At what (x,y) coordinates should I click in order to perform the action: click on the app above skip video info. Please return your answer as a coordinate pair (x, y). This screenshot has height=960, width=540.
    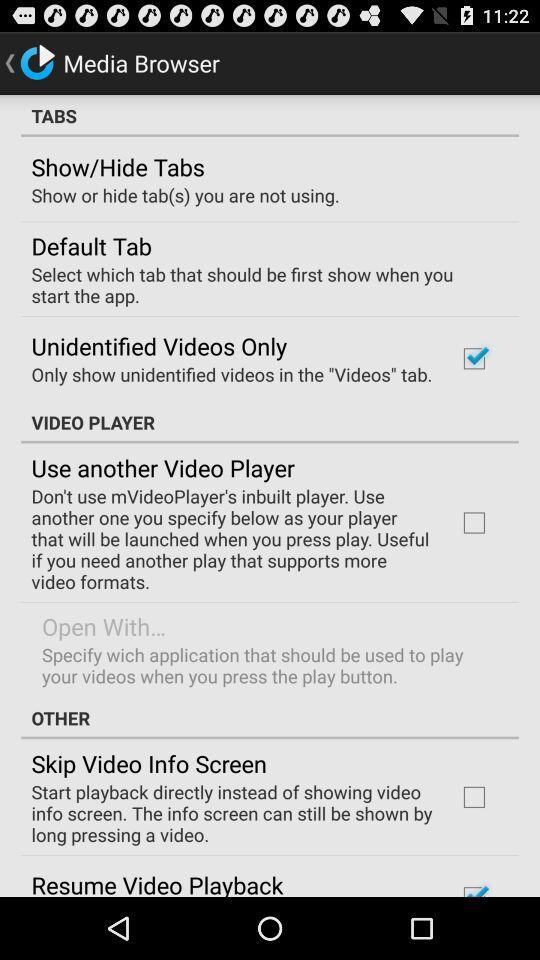
    Looking at the image, I should click on (270, 718).